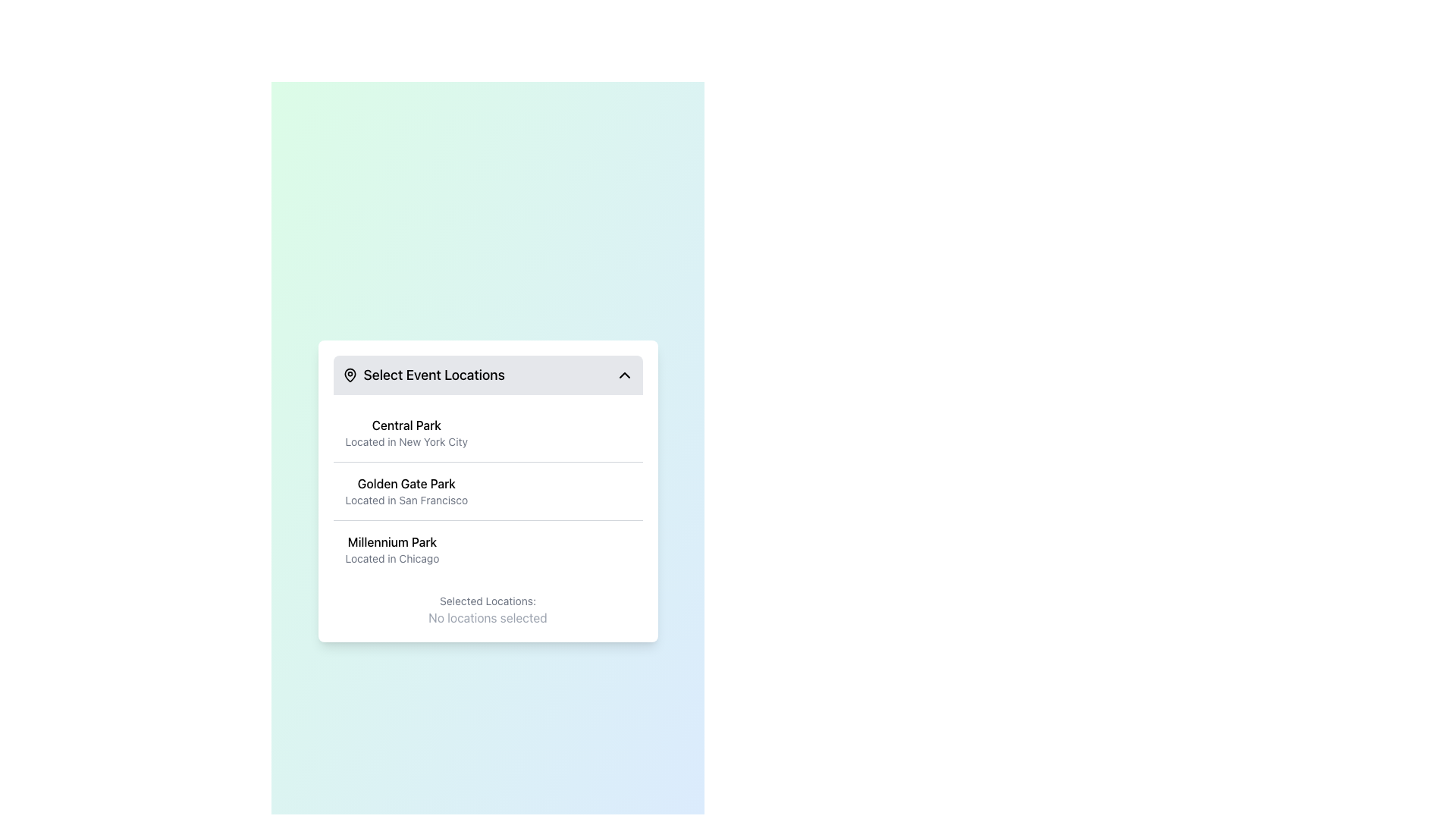 Image resolution: width=1456 pixels, height=819 pixels. What do you see at coordinates (406, 500) in the screenshot?
I see `the informative label reading 'Located in San Francisco', which is styled in small gray font and positioned directly below the heading 'Golden Gate Park'` at bounding box center [406, 500].